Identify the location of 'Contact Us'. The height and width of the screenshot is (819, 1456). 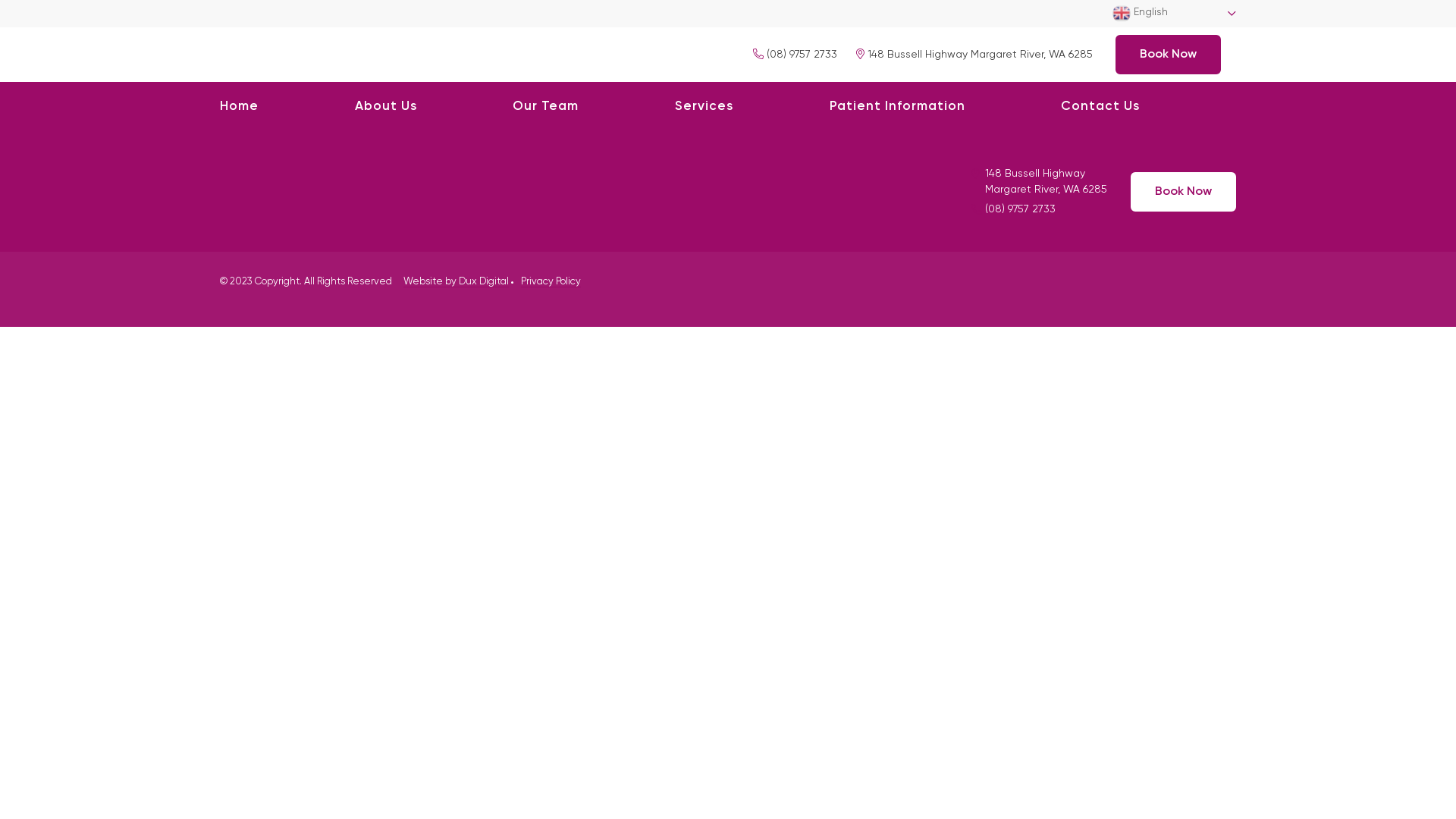
(1100, 106).